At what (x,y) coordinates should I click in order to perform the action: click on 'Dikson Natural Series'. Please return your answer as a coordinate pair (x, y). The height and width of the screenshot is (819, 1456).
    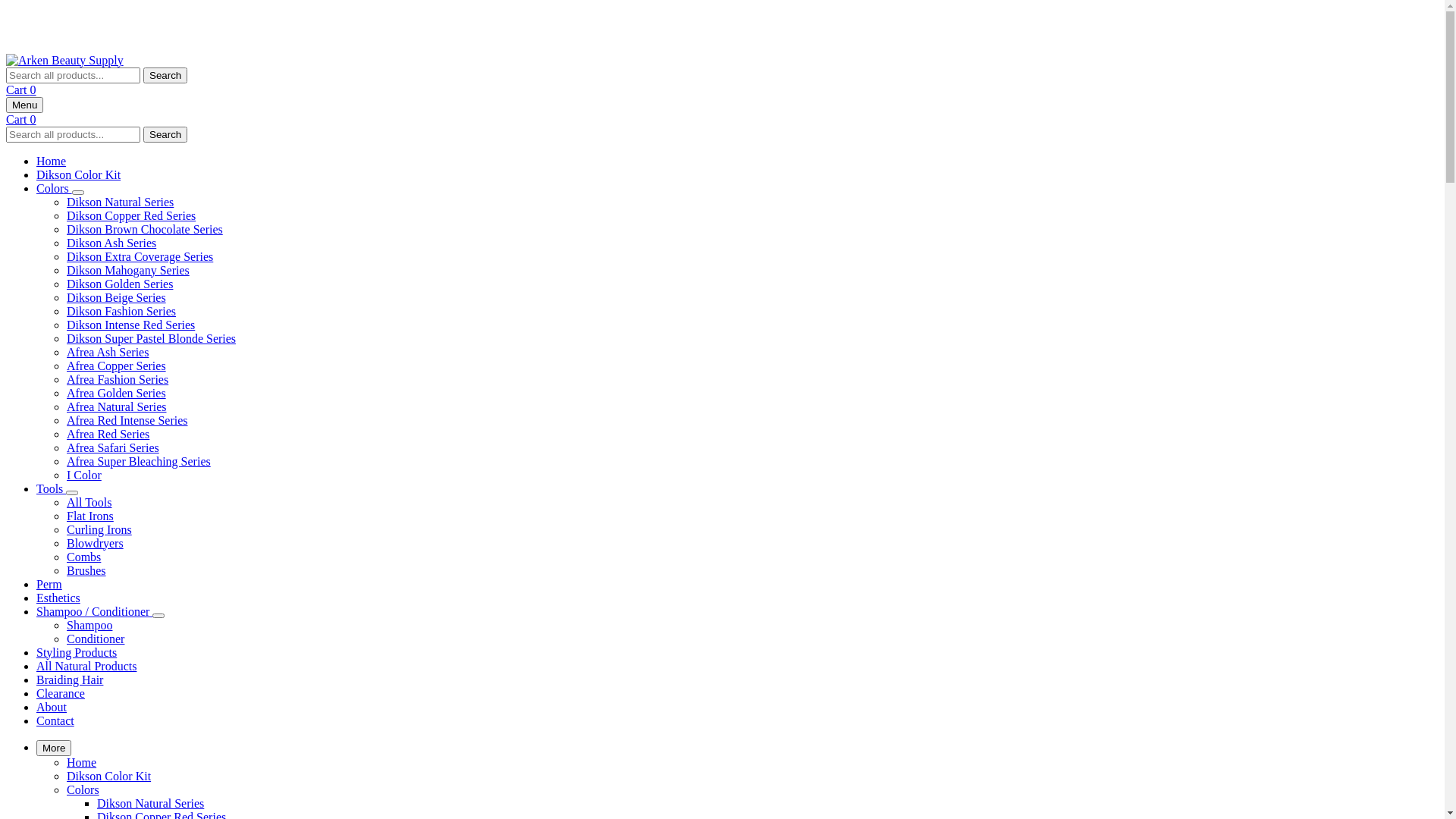
    Looking at the image, I should click on (119, 201).